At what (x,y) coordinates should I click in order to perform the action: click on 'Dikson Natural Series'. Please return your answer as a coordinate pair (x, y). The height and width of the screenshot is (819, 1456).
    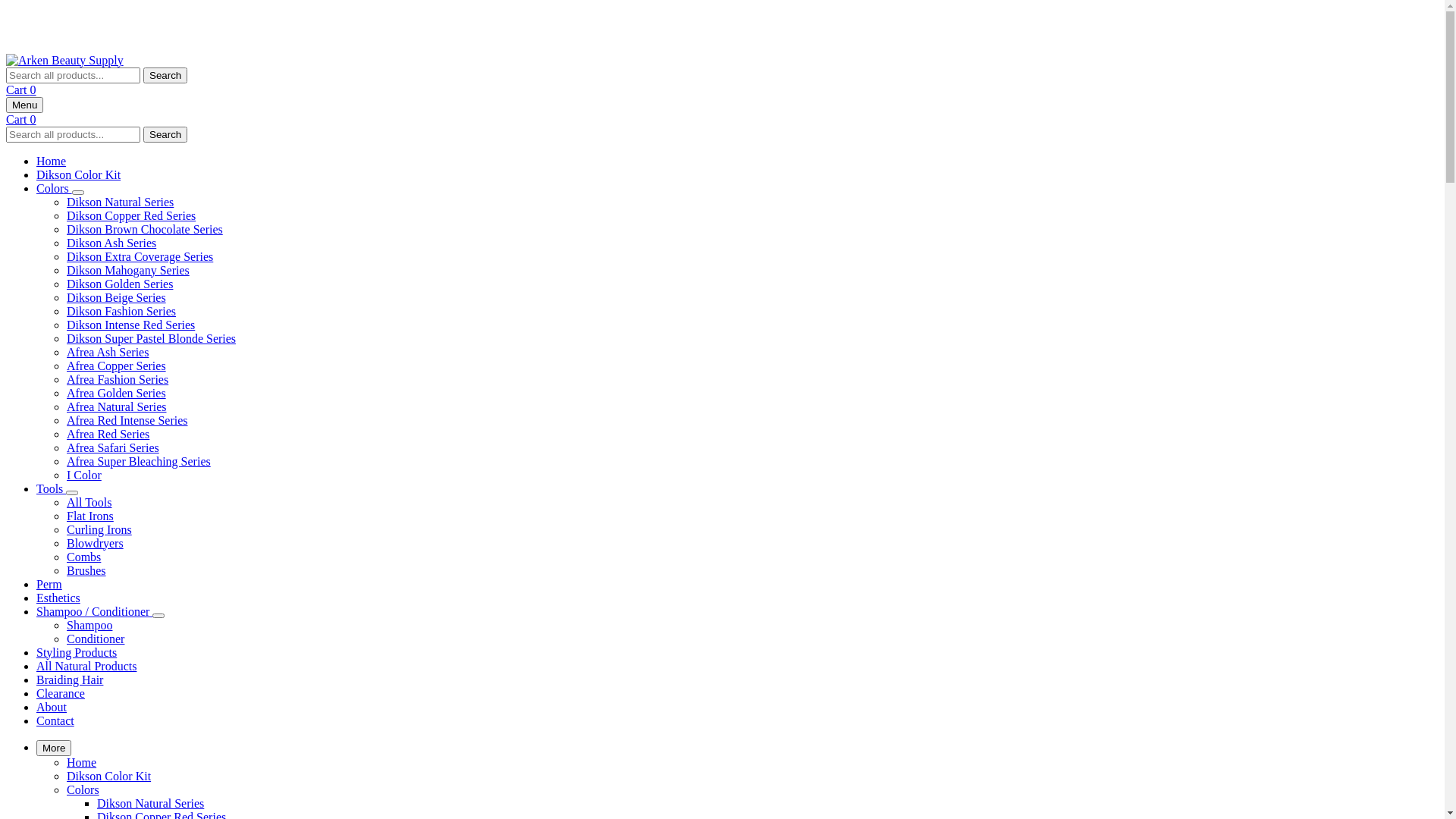
    Looking at the image, I should click on (119, 201).